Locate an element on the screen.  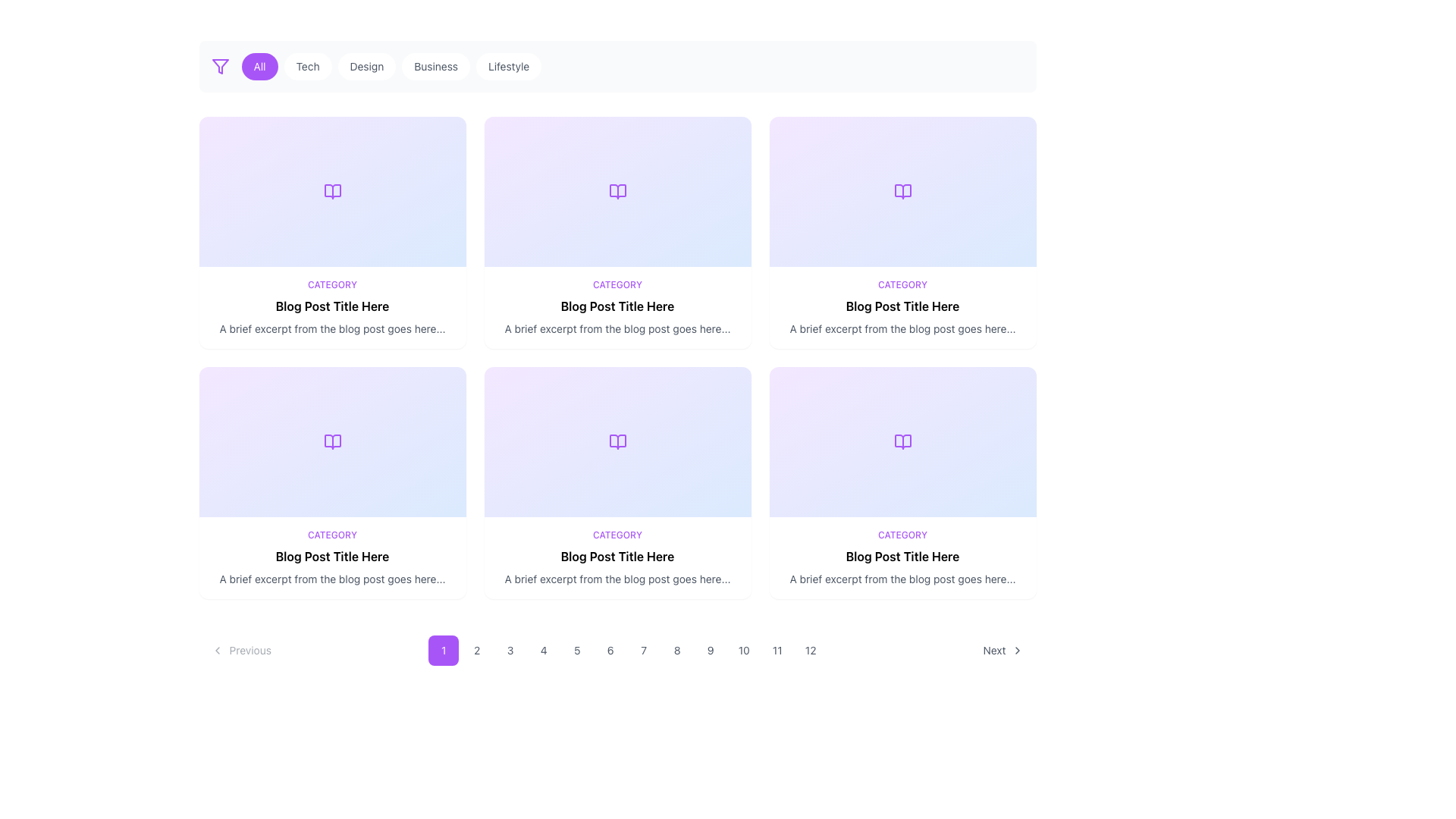
the image placeholder located in the bottom-right cell of a 2-row by 4-column grid, specifically the 4th element of the second row, which represents a visual representation for a blog post is located at coordinates (902, 441).